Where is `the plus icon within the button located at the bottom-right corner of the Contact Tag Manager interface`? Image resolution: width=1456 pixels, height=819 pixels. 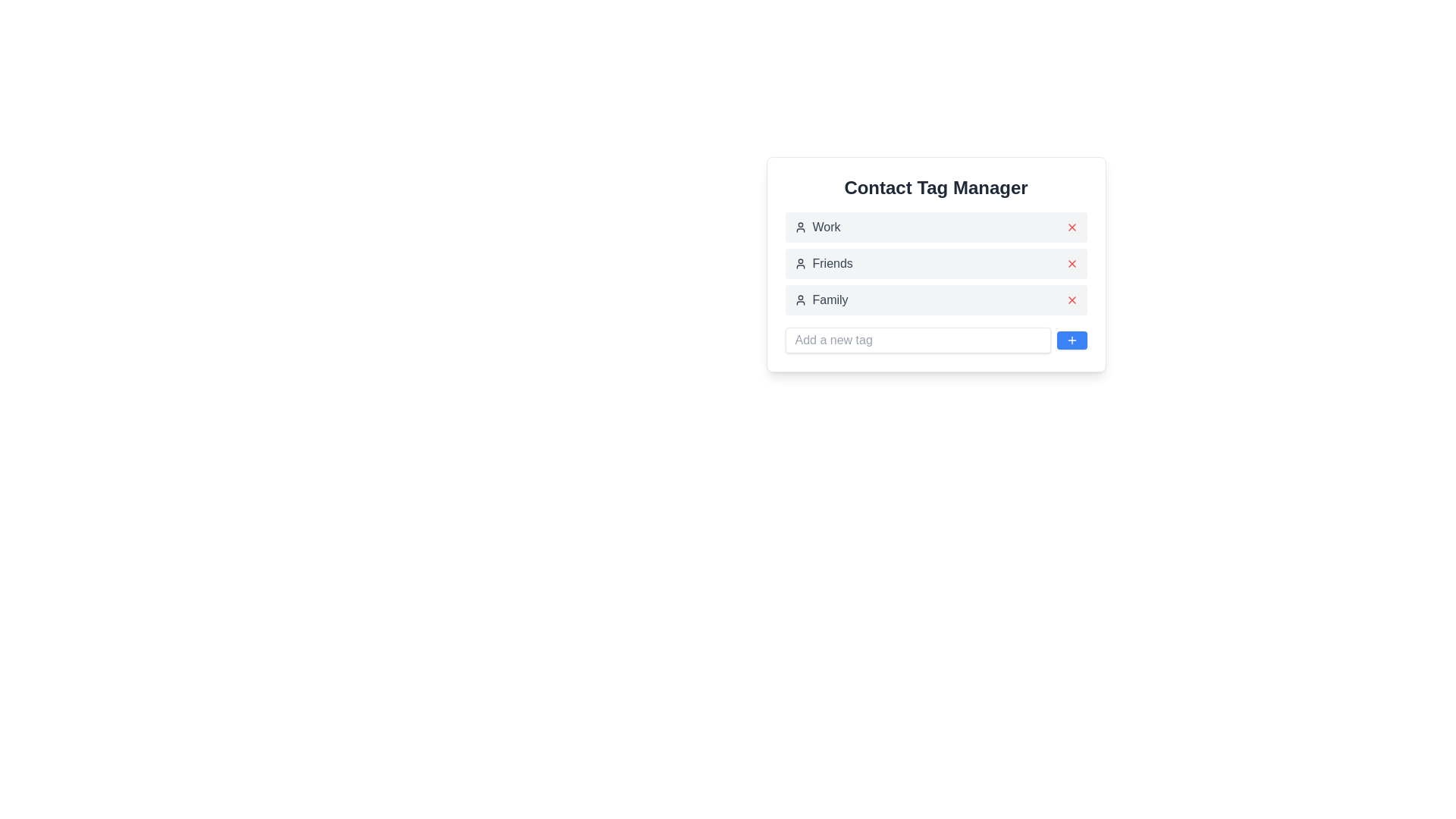
the plus icon within the button located at the bottom-right corner of the Contact Tag Manager interface is located at coordinates (1071, 339).